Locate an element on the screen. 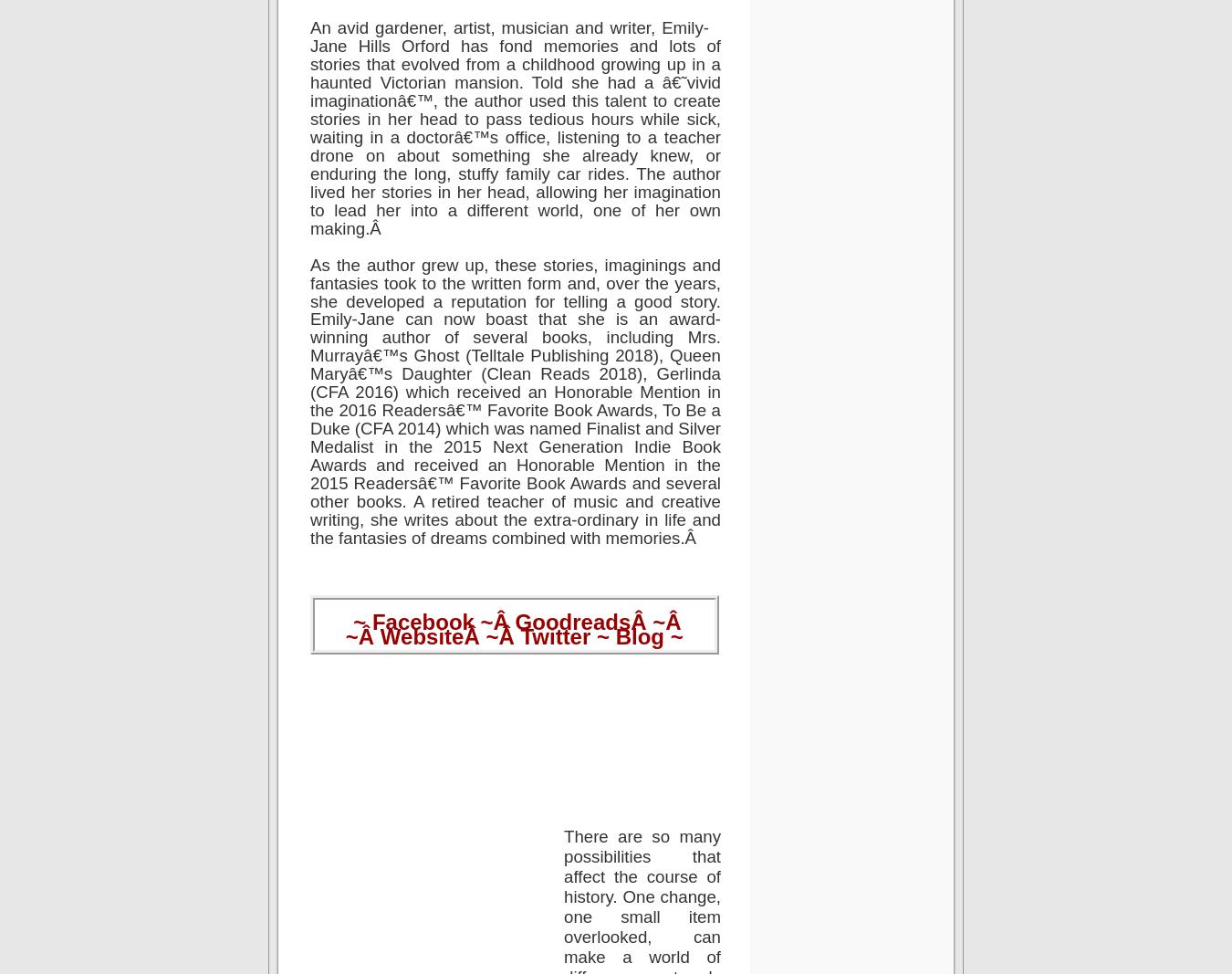 This screenshot has height=974, width=1232. 'An avid gardener, artist, musician and writer, Emily-Jane Hills Orford has fond memories and lots of stories that evolved from a childhood growing up in a haunted Victorian mansion. Told she had a â€˜vivid imaginationâ€™, the author used this talent to create stories in her head to pass tedious hours while sick, waiting in a doctorâ€™s office, listening to a teacher drone on about something she already knew, or enduring the long, stuffy family car rides. The author lived her stories in her head, allowing her imagination to lead her into a different world, one of her own making.Â' is located at coordinates (515, 126).